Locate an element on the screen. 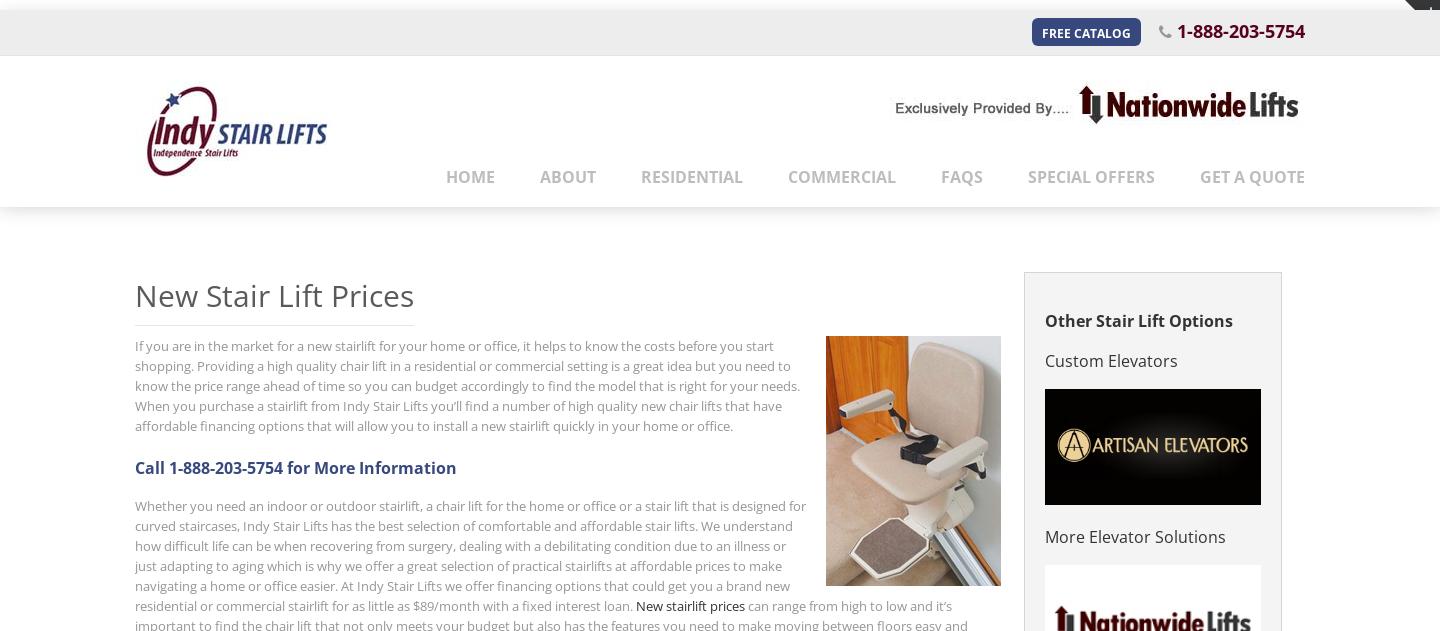  'FAQS' is located at coordinates (961, 175).